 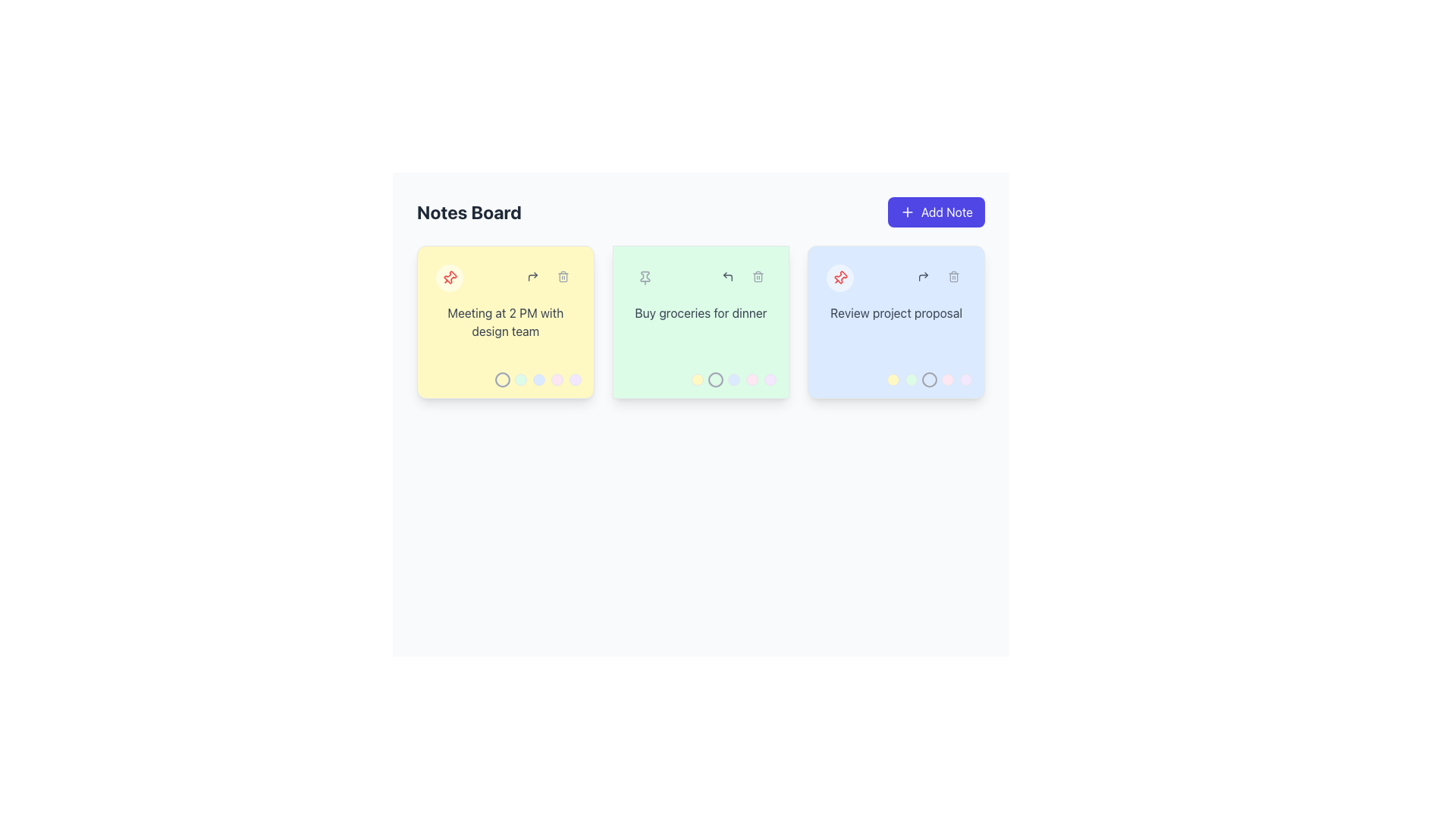 What do you see at coordinates (538, 379) in the screenshot?
I see `the third circular light blue button with a gray border located at the bottom-right corner of the yellow card containing the text 'Meeting at 2 PM with design team'` at bounding box center [538, 379].